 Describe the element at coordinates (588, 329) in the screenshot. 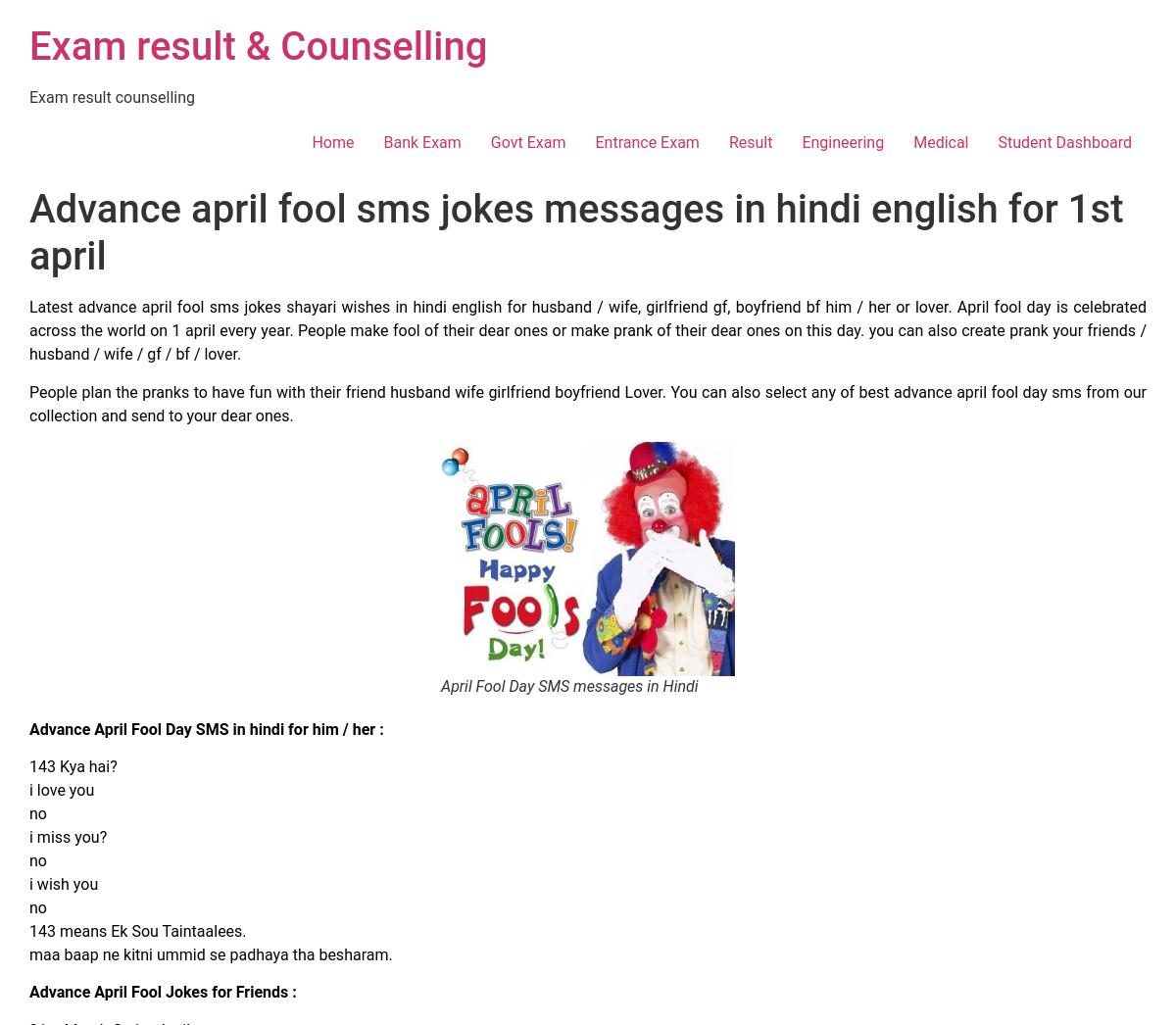

I see `'Latest advance april fool sms jokes shayari wishes in hindi english for husband / wife, girlfriend gf, boyfriend bf him / her or lover. April fool day is celebrated across the world on 1 april every year. People make fool of their dear ones or make prank of their dear ones on this day. you can also create prank your friends / husband / wife / gf / bf / lover.'` at that location.